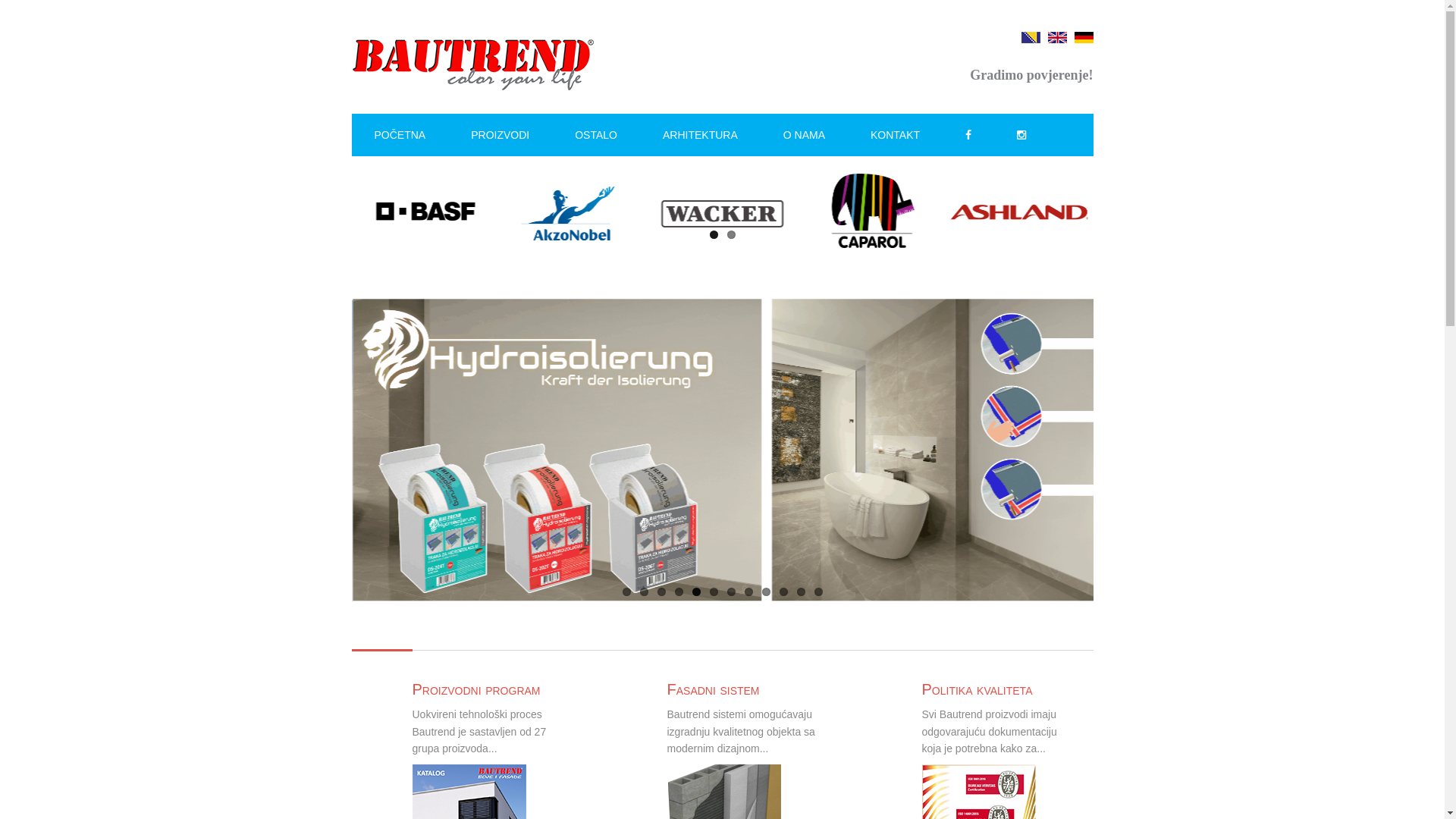 This screenshot has height=819, width=1456. Describe the element at coordinates (713, 234) in the screenshot. I see `'1'` at that location.